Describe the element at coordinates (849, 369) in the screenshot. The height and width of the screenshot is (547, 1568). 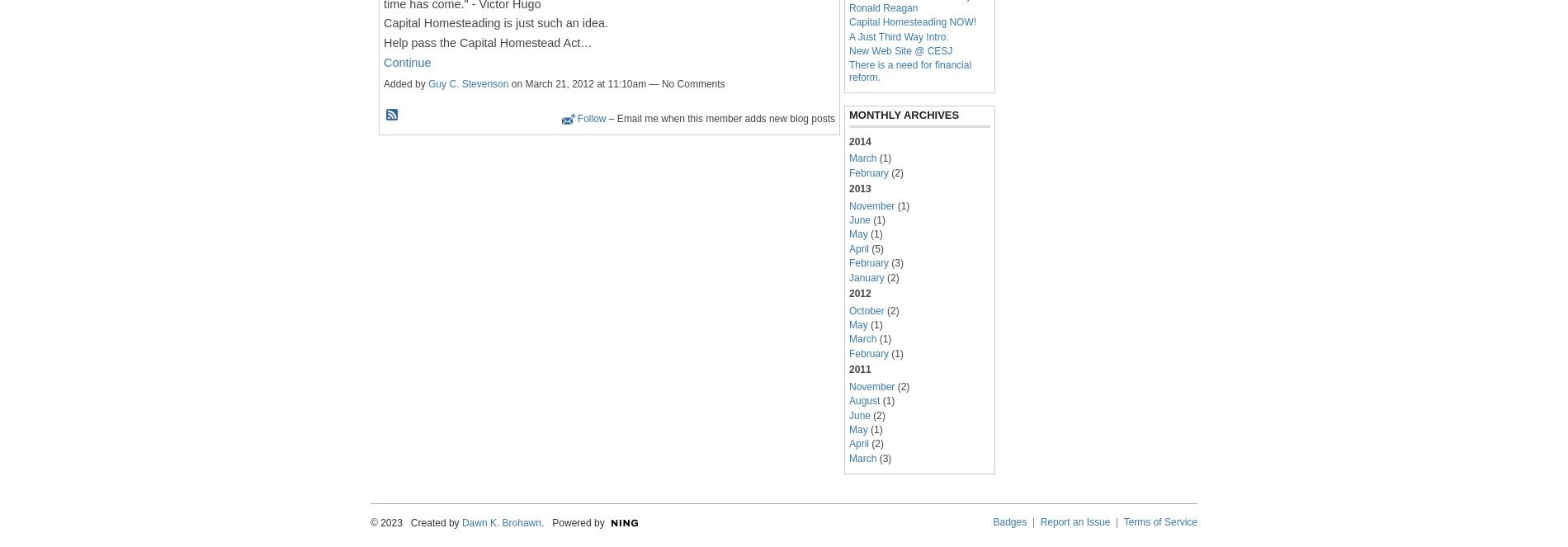
I see `'2011'` at that location.